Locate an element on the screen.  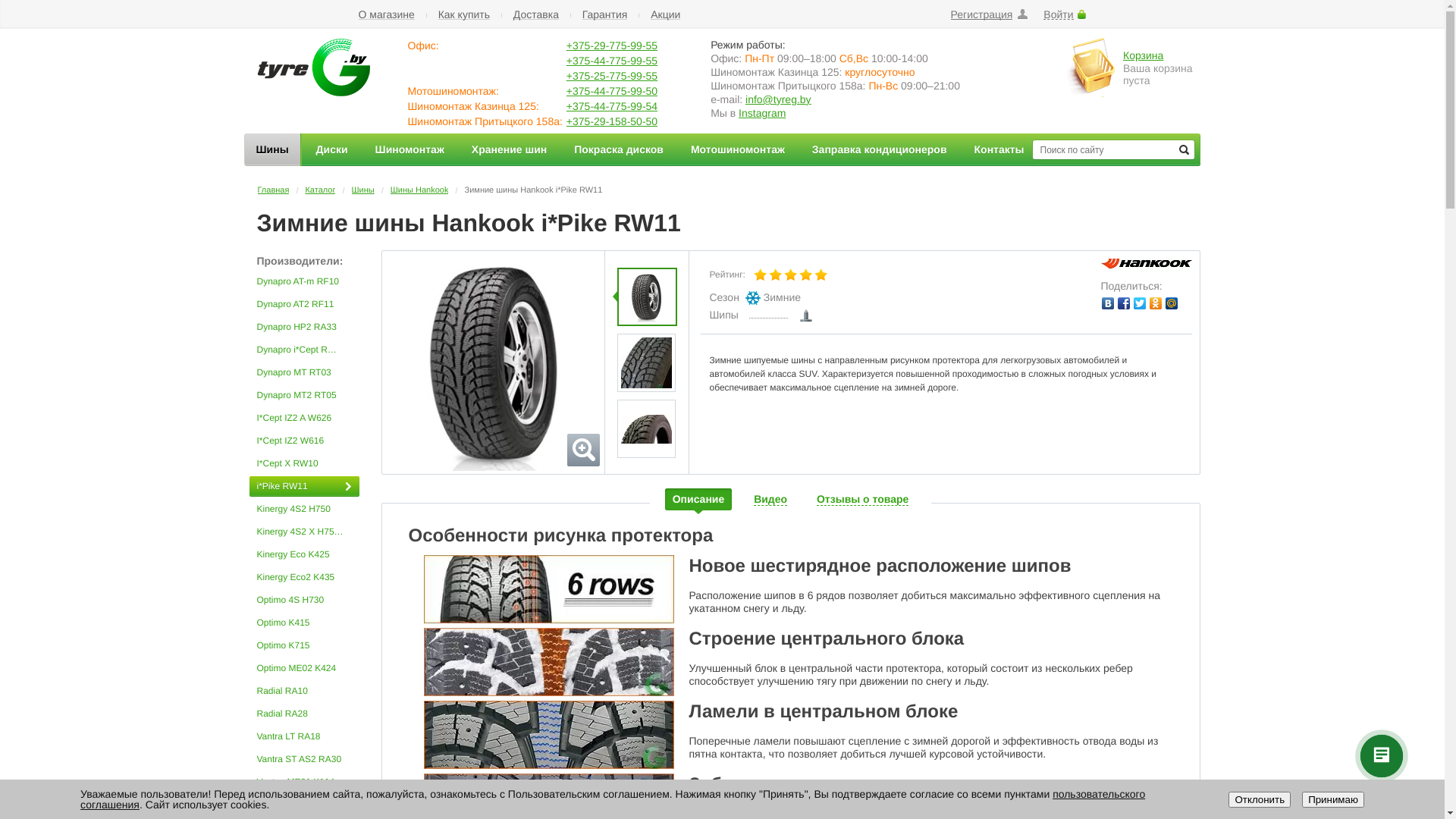
'Radial RA28' is located at coordinates (303, 714).